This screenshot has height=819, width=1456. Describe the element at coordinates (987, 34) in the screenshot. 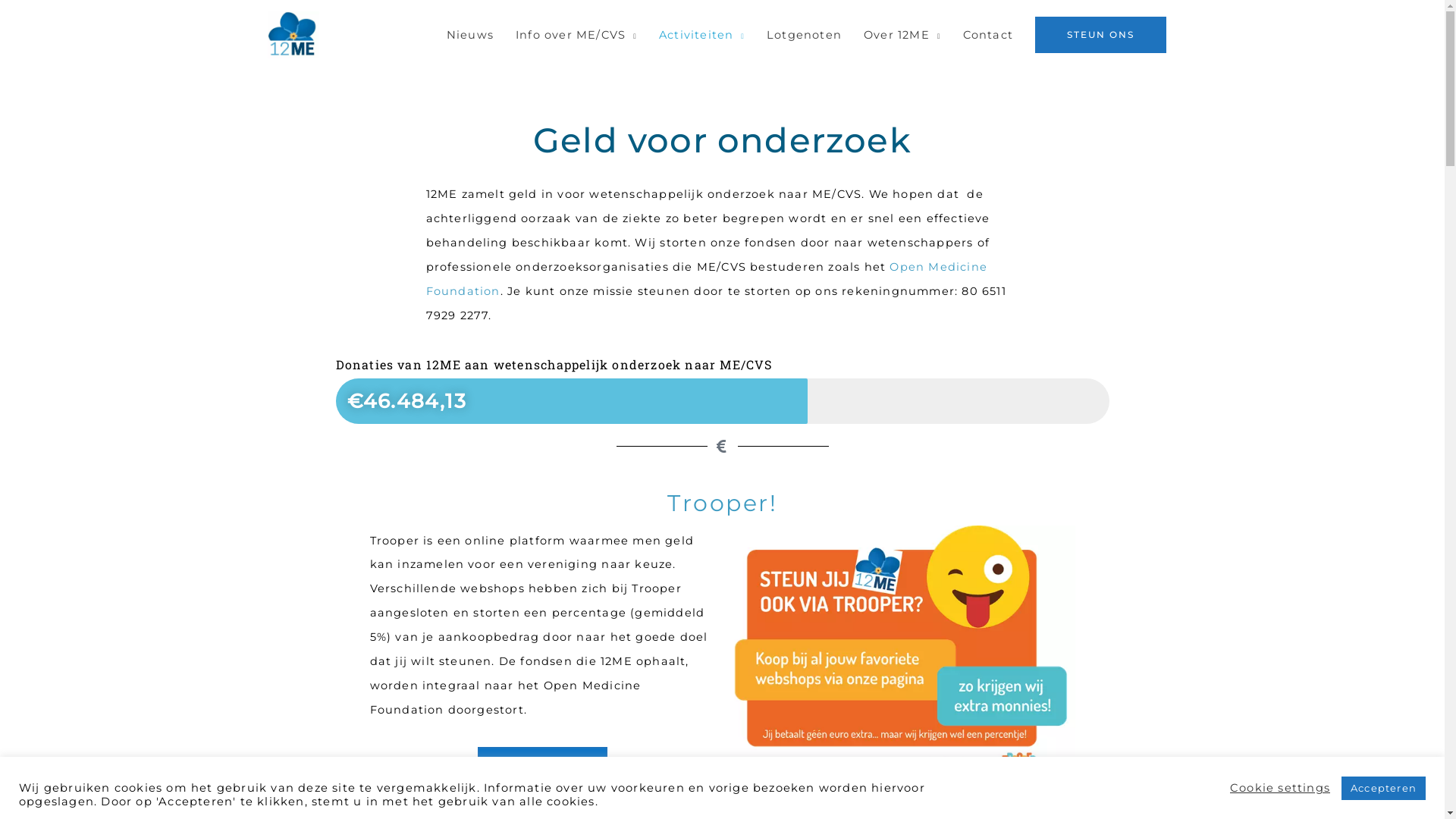

I see `'Contact'` at that location.